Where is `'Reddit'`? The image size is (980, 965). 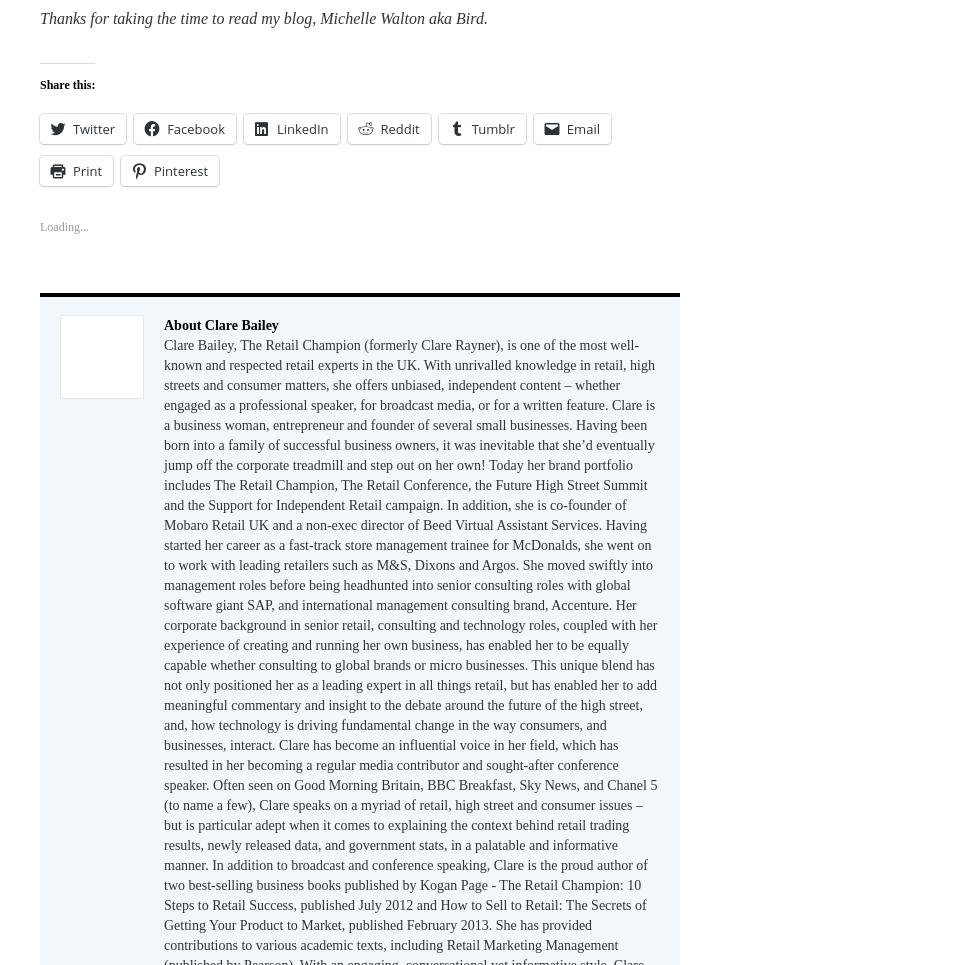
'Reddit' is located at coordinates (399, 127).